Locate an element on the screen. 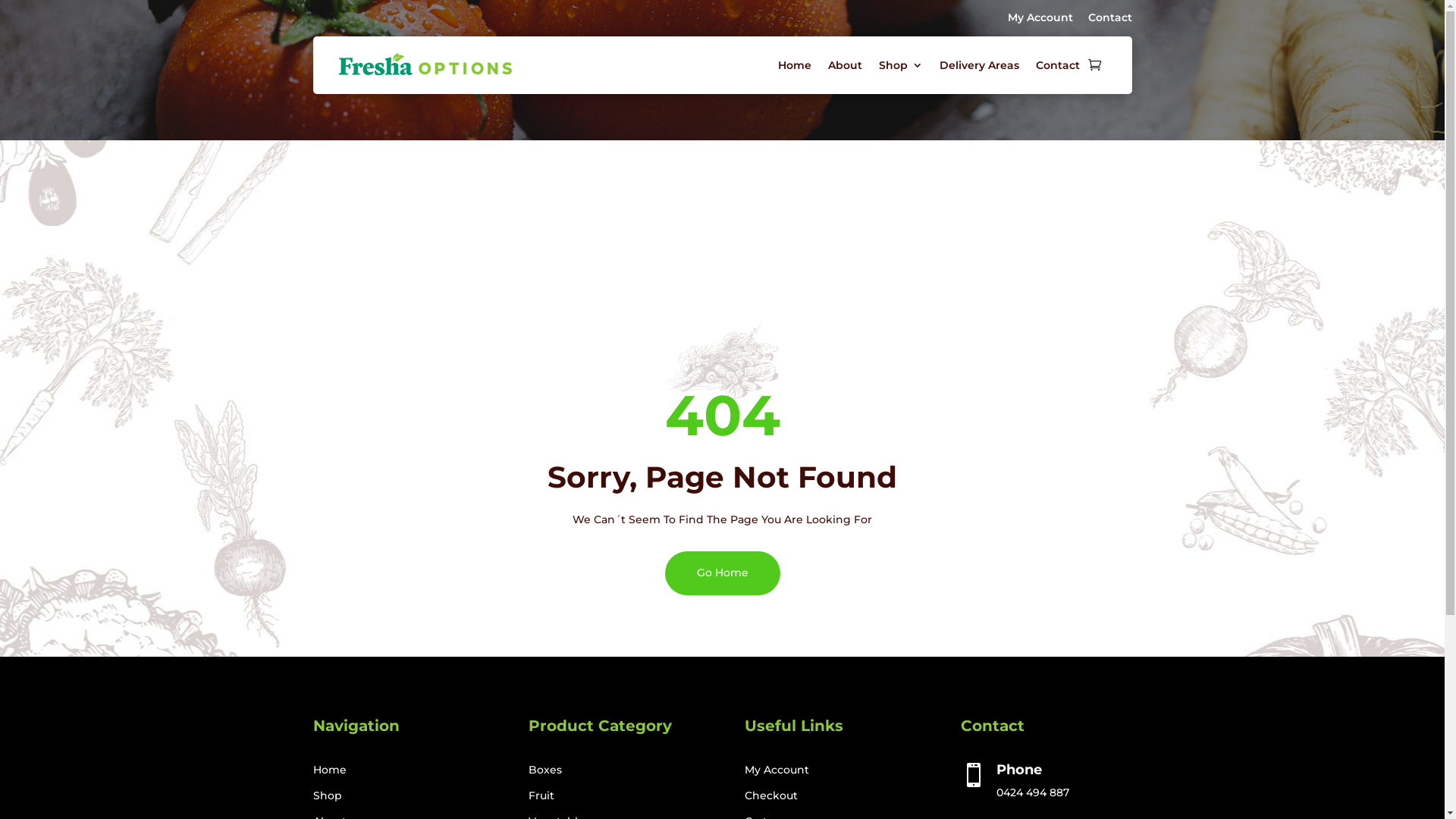  'Boxes' is located at coordinates (545, 769).